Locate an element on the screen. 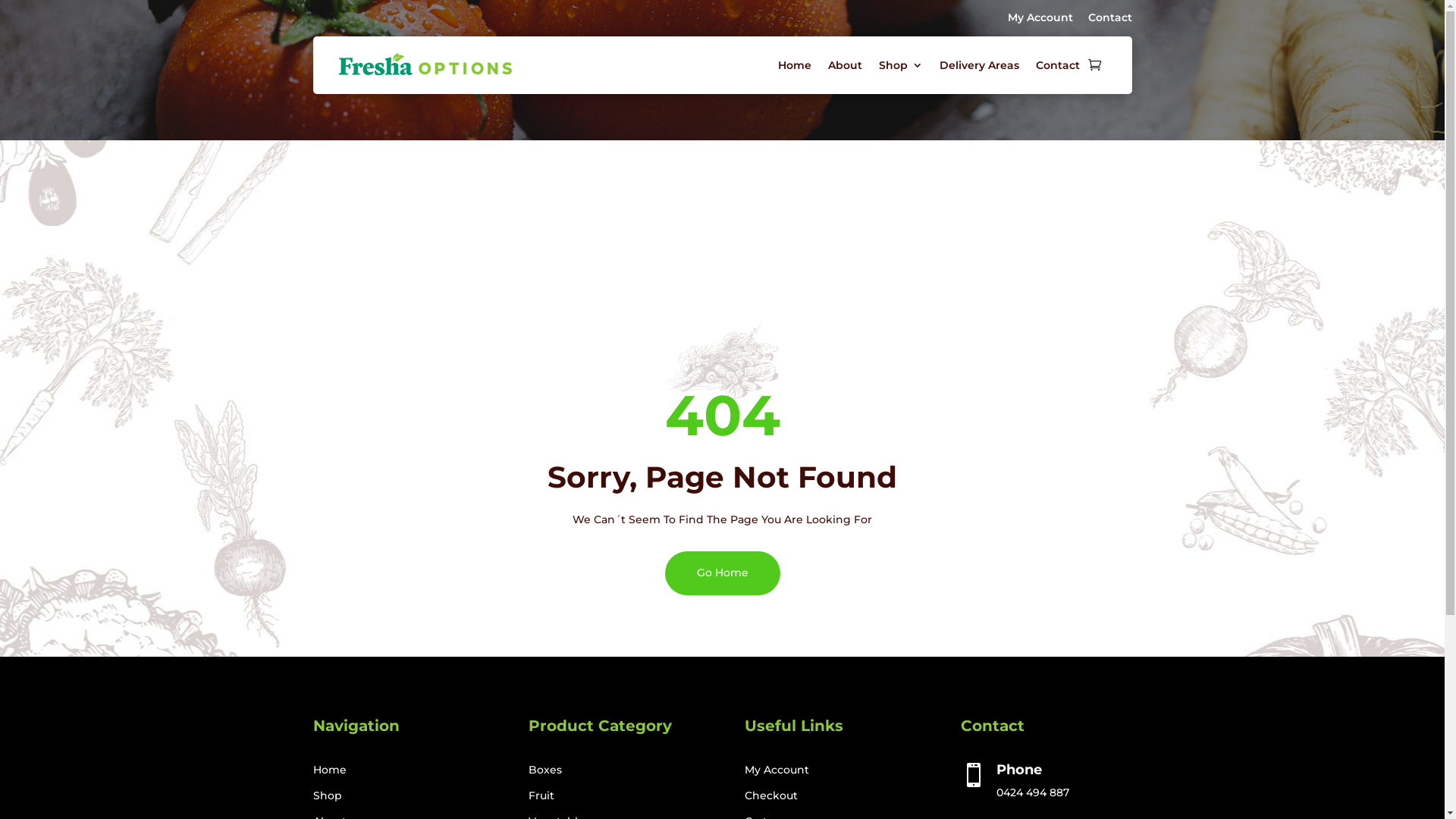  'Boxes' is located at coordinates (545, 769).